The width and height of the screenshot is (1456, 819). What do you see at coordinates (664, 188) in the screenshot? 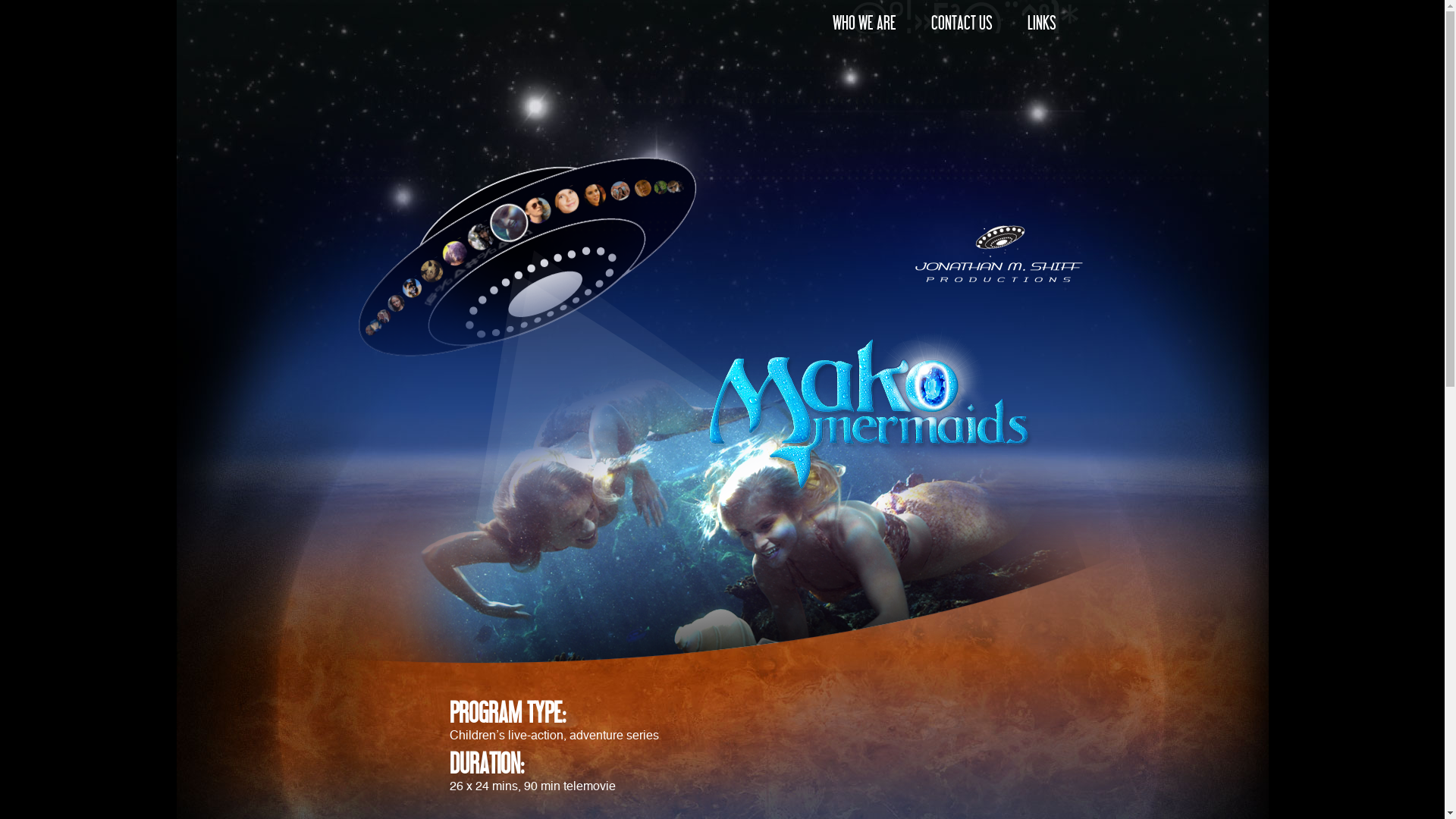
I see `'Scooter'` at bounding box center [664, 188].